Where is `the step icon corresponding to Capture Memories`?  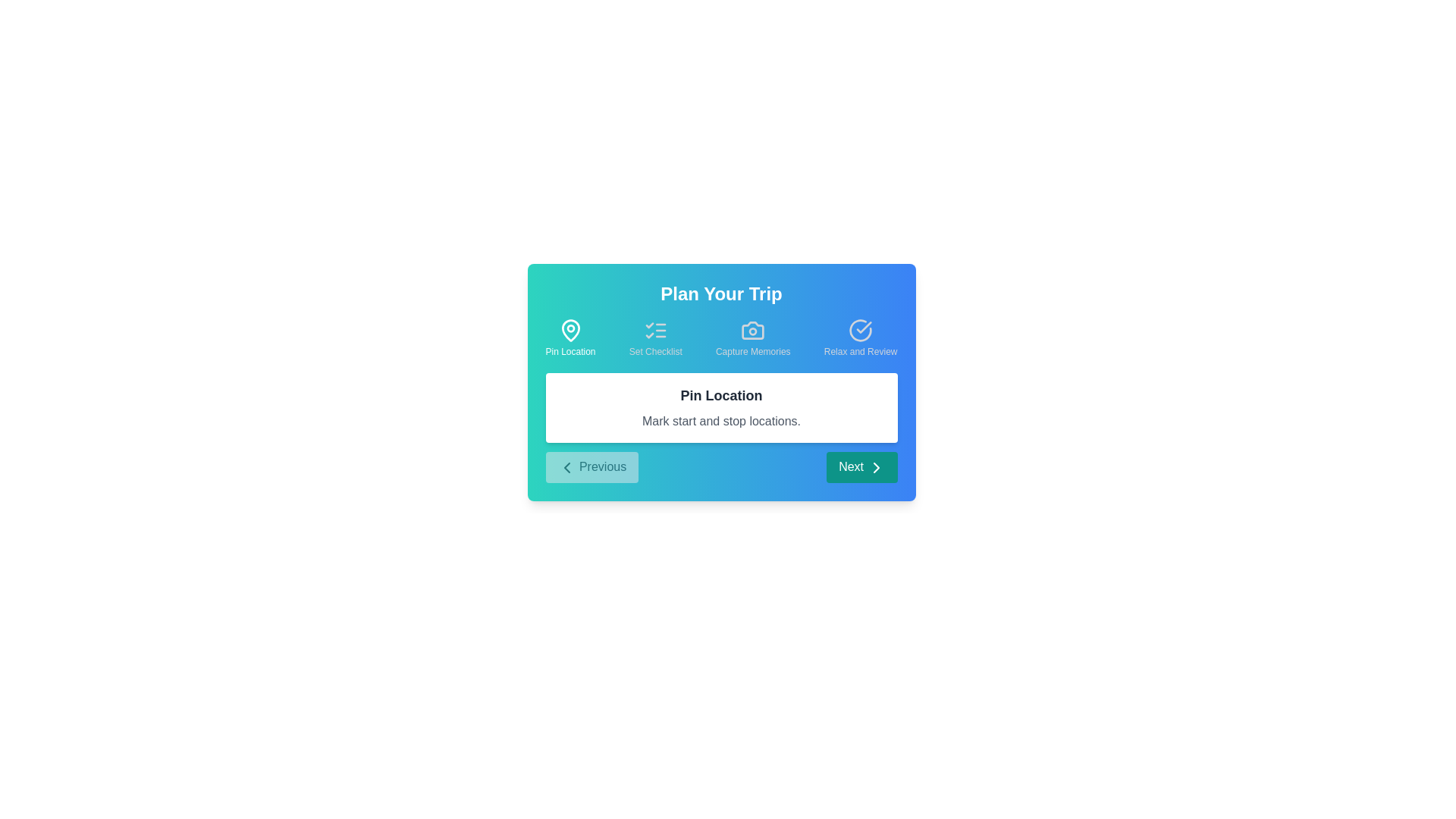 the step icon corresponding to Capture Memories is located at coordinates (753, 337).